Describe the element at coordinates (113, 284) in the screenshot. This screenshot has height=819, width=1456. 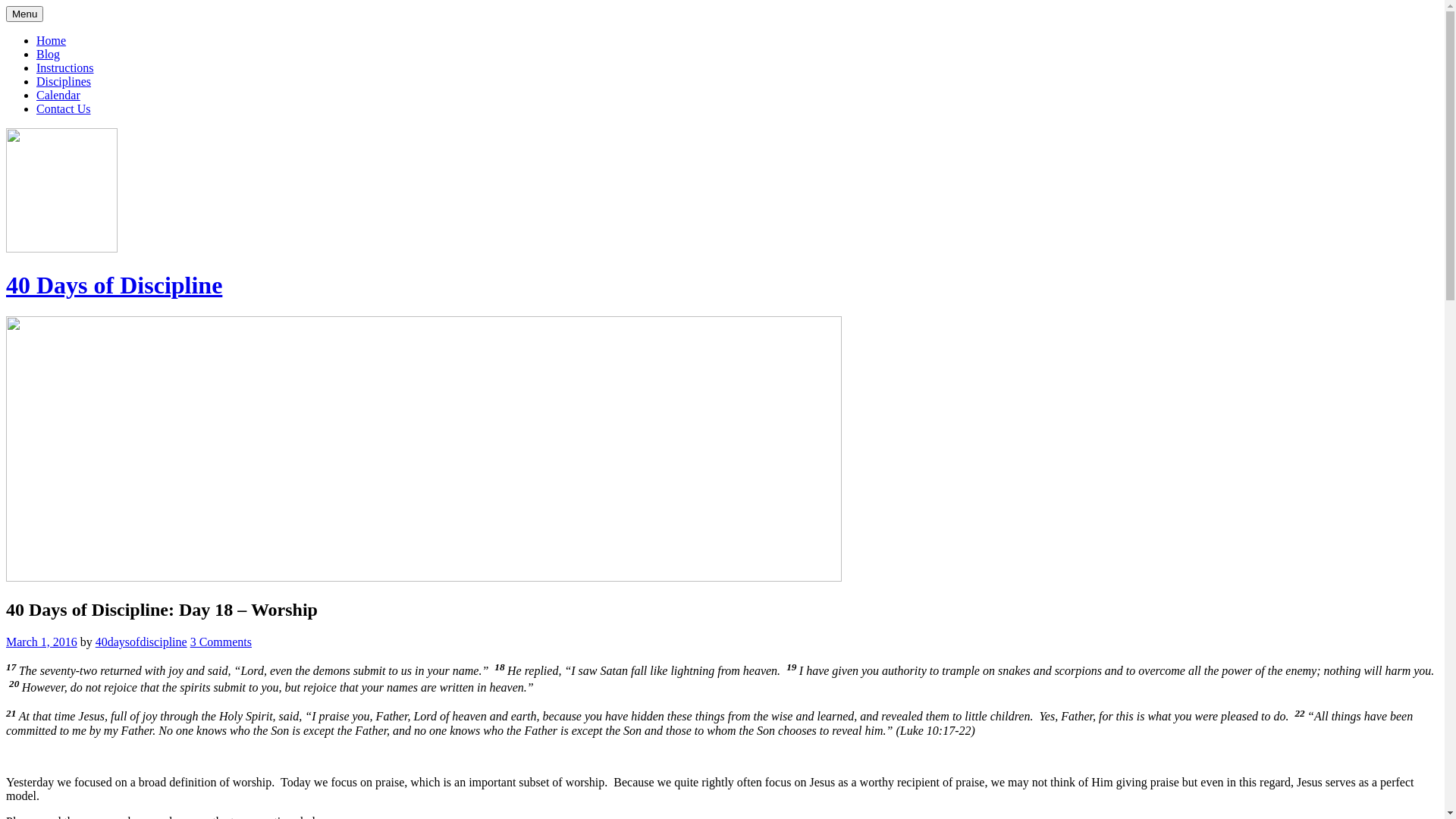
I see `'40 Days of Discipline'` at that location.